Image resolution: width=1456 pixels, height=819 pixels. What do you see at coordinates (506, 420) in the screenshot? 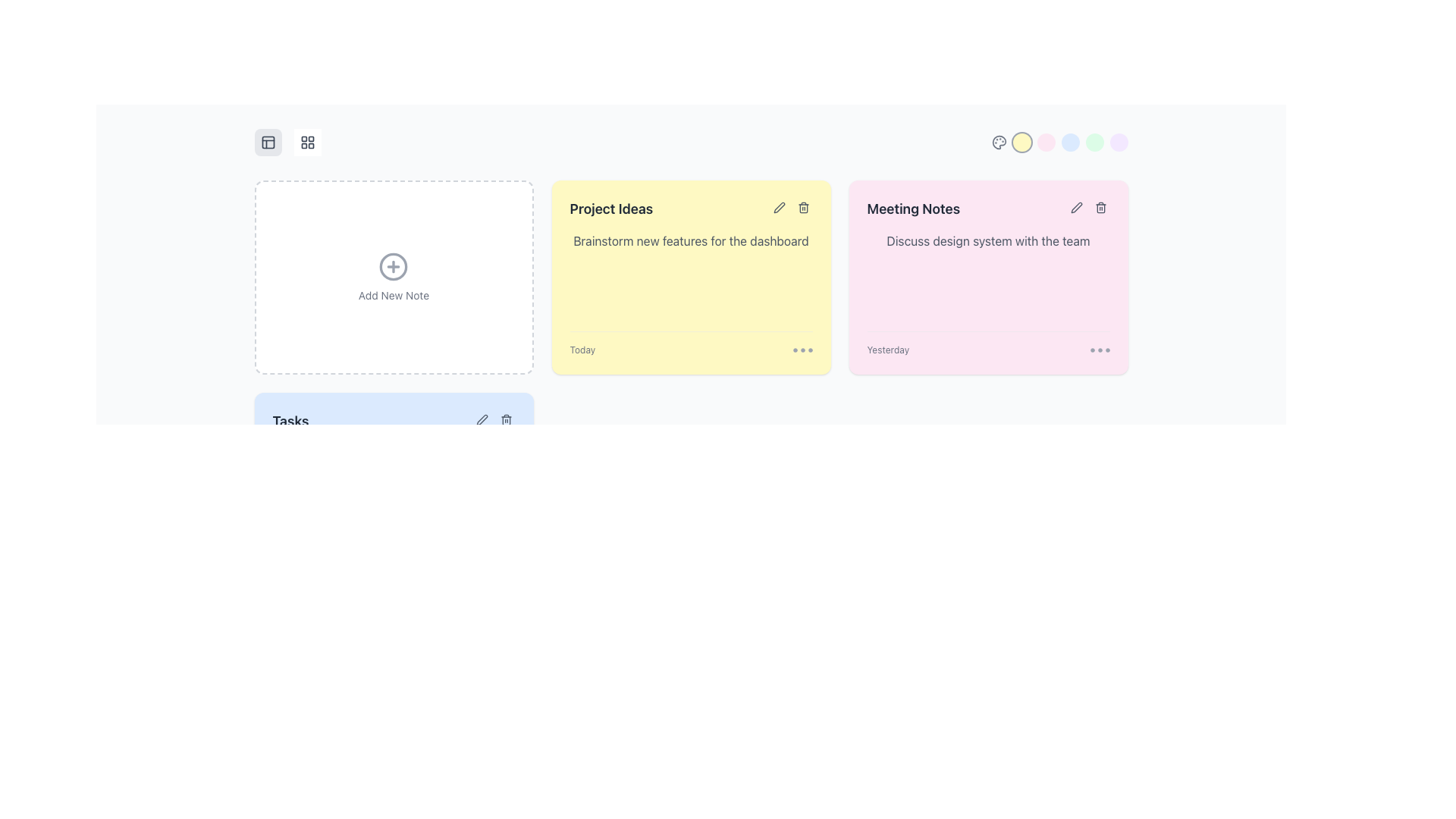
I see `the trash icon button located in the 'Tasks' section` at bounding box center [506, 420].